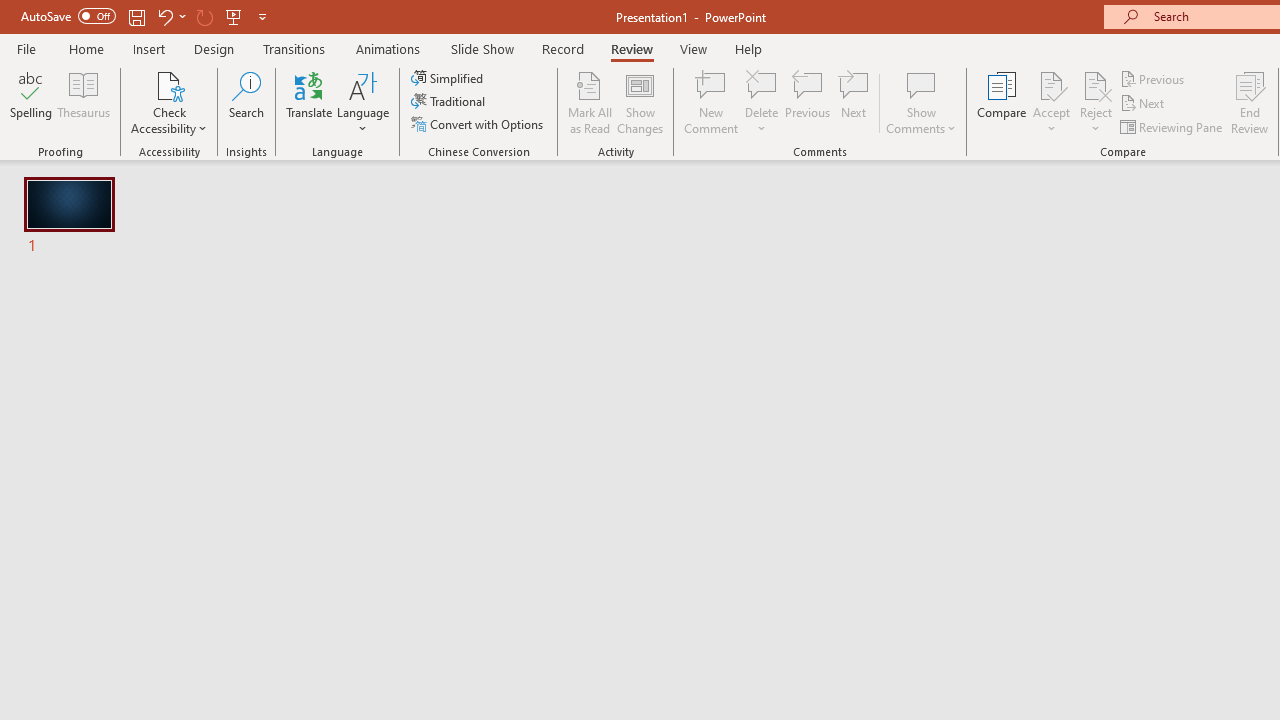 The image size is (1280, 720). What do you see at coordinates (711, 103) in the screenshot?
I see `'New Comment'` at bounding box center [711, 103].